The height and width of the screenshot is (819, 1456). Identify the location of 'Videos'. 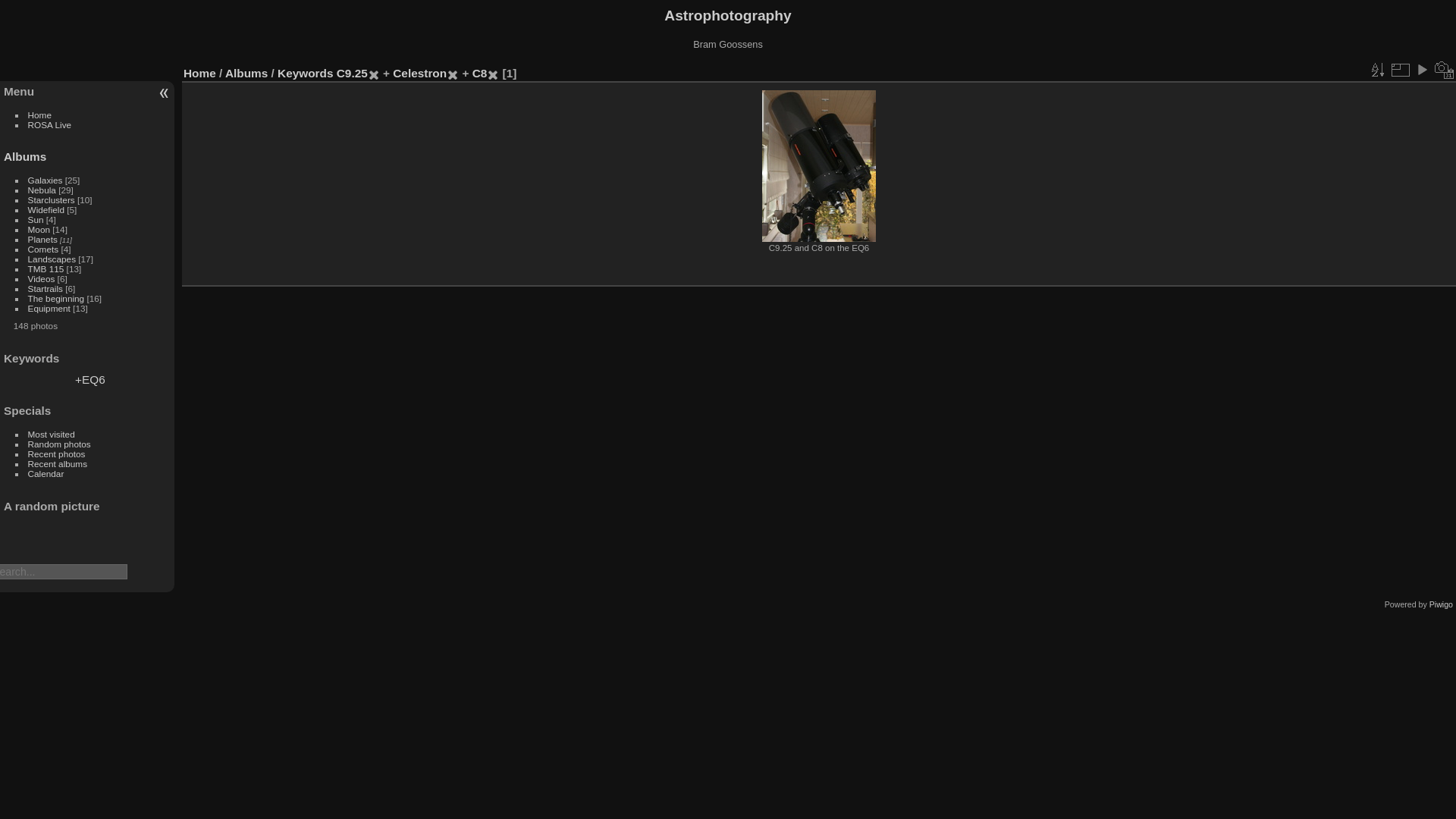
(28, 278).